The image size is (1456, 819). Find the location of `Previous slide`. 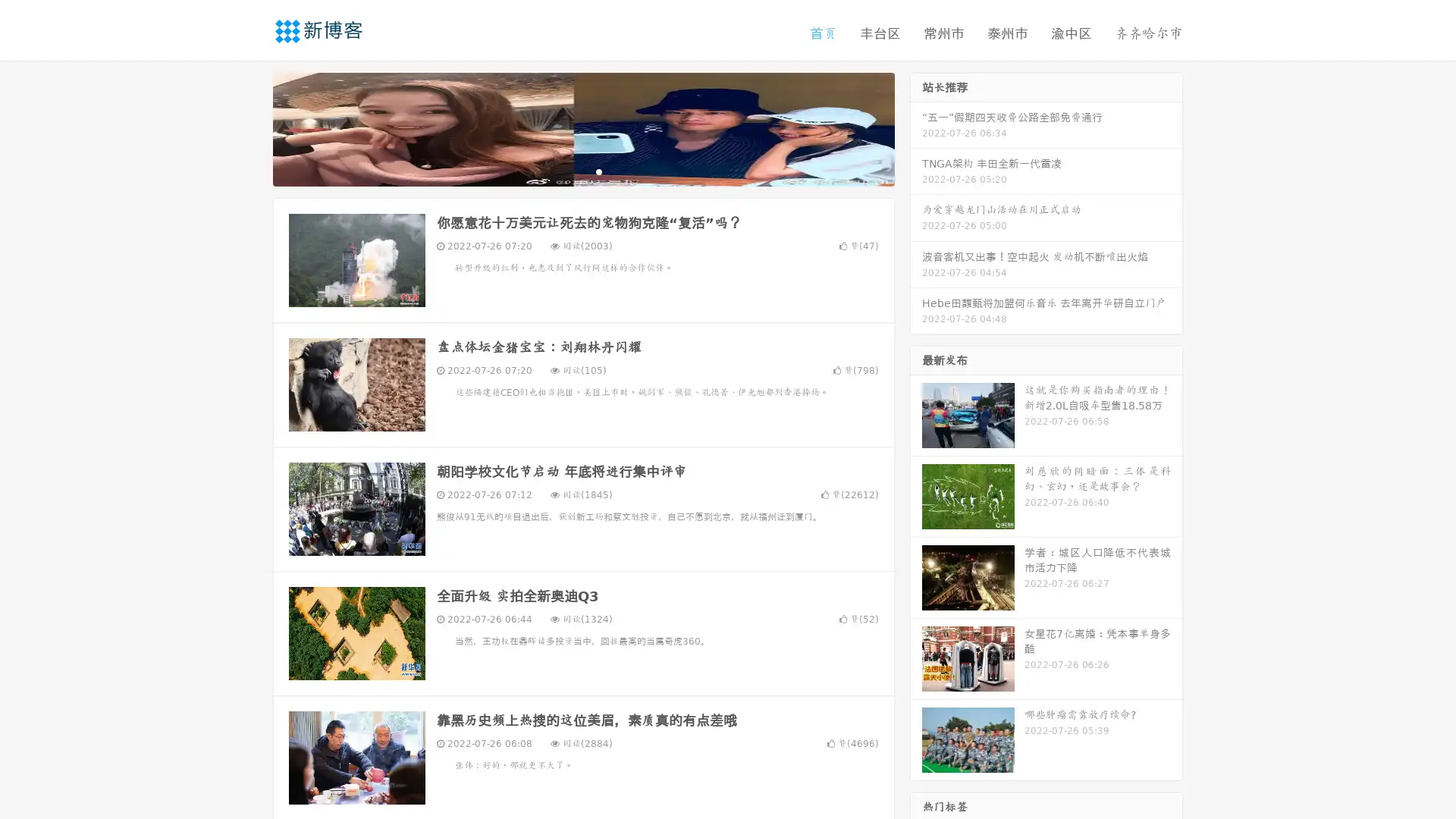

Previous slide is located at coordinates (250, 127).